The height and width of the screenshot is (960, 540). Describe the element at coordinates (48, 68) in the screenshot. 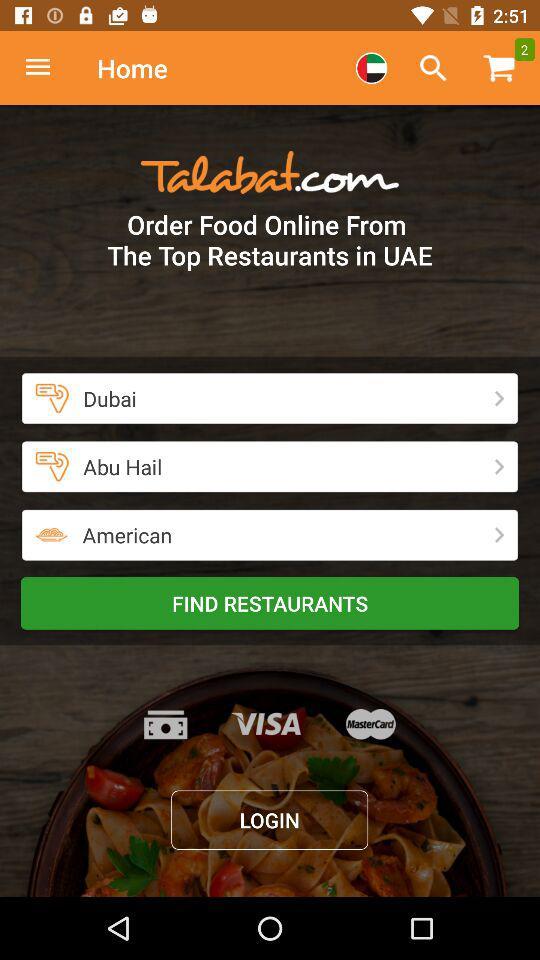

I see `menu button` at that location.